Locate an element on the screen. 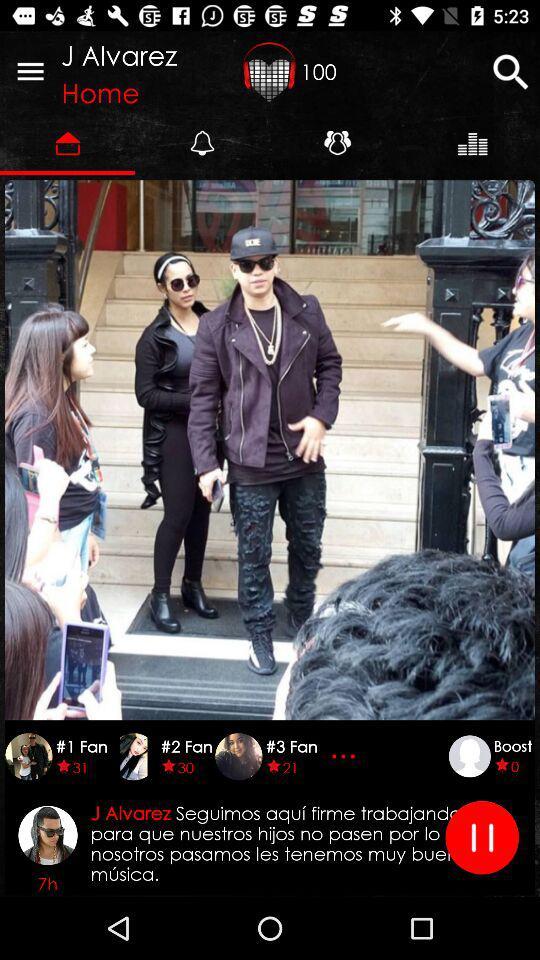 This screenshot has width=540, height=960. see more options is located at coordinates (345, 755).